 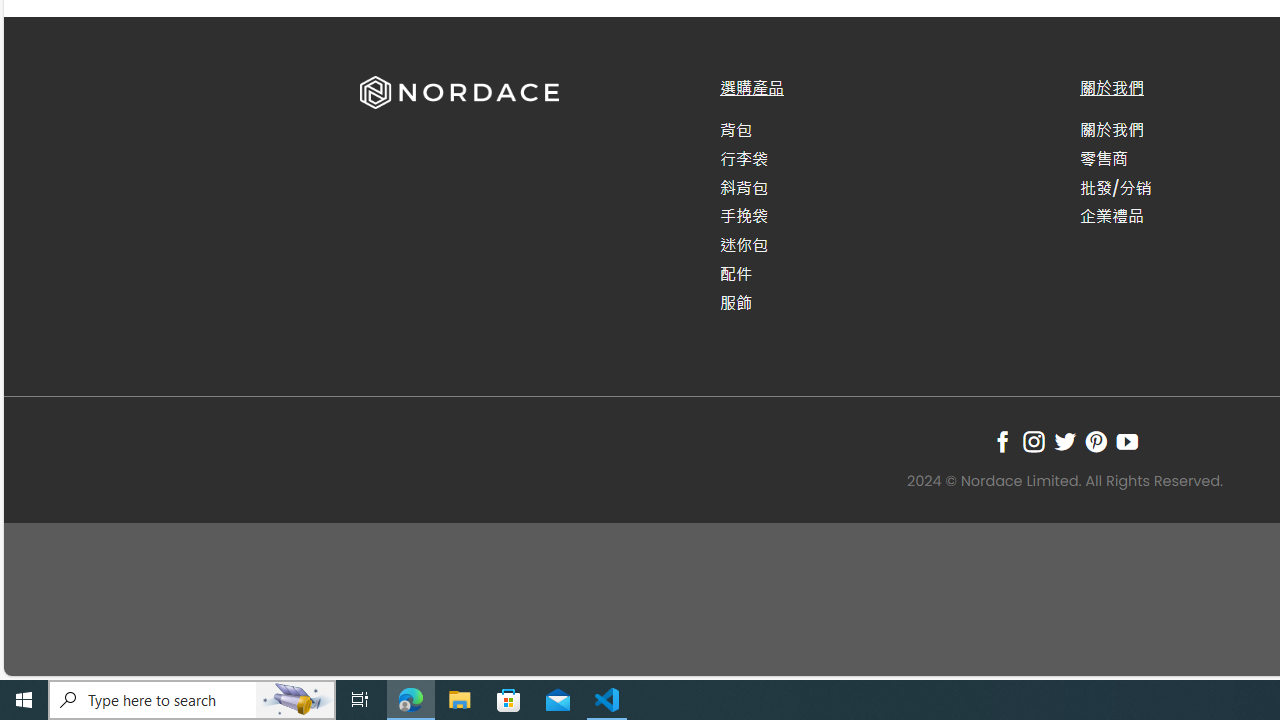 What do you see at coordinates (1095, 440) in the screenshot?
I see `'Follow on Pinterest'` at bounding box center [1095, 440].